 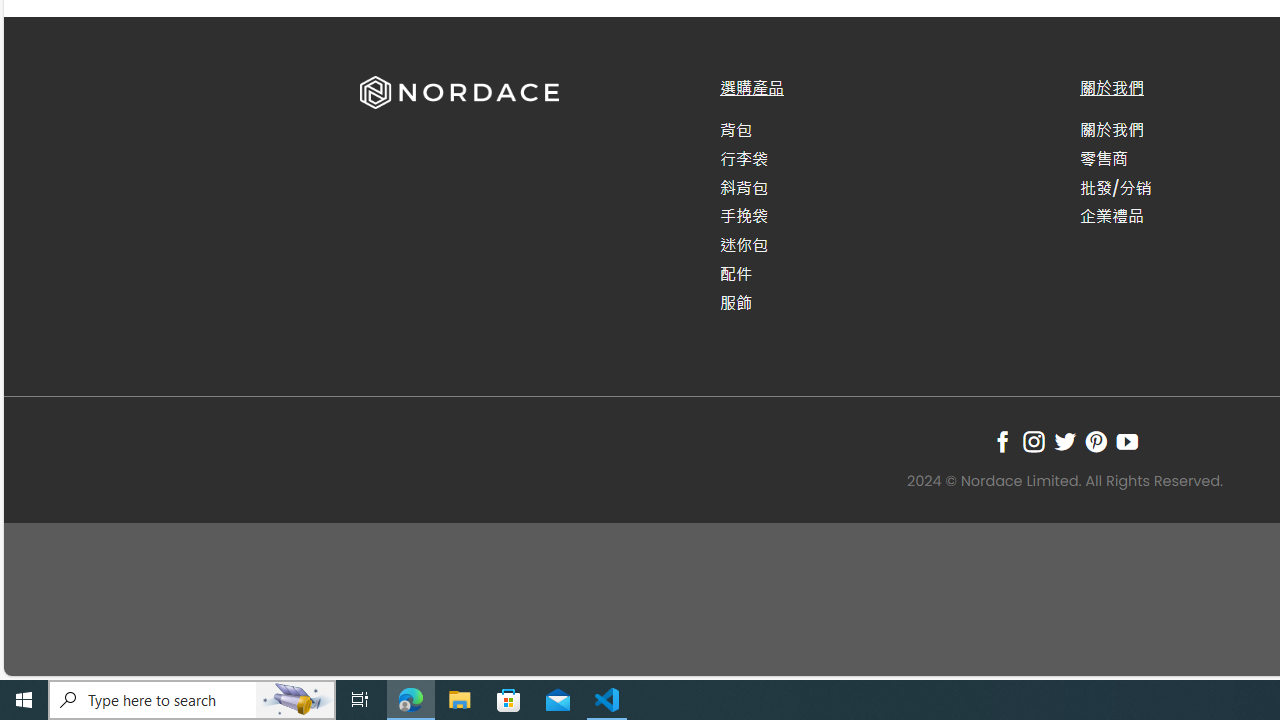 What do you see at coordinates (1095, 440) in the screenshot?
I see `'Follow on Pinterest'` at bounding box center [1095, 440].